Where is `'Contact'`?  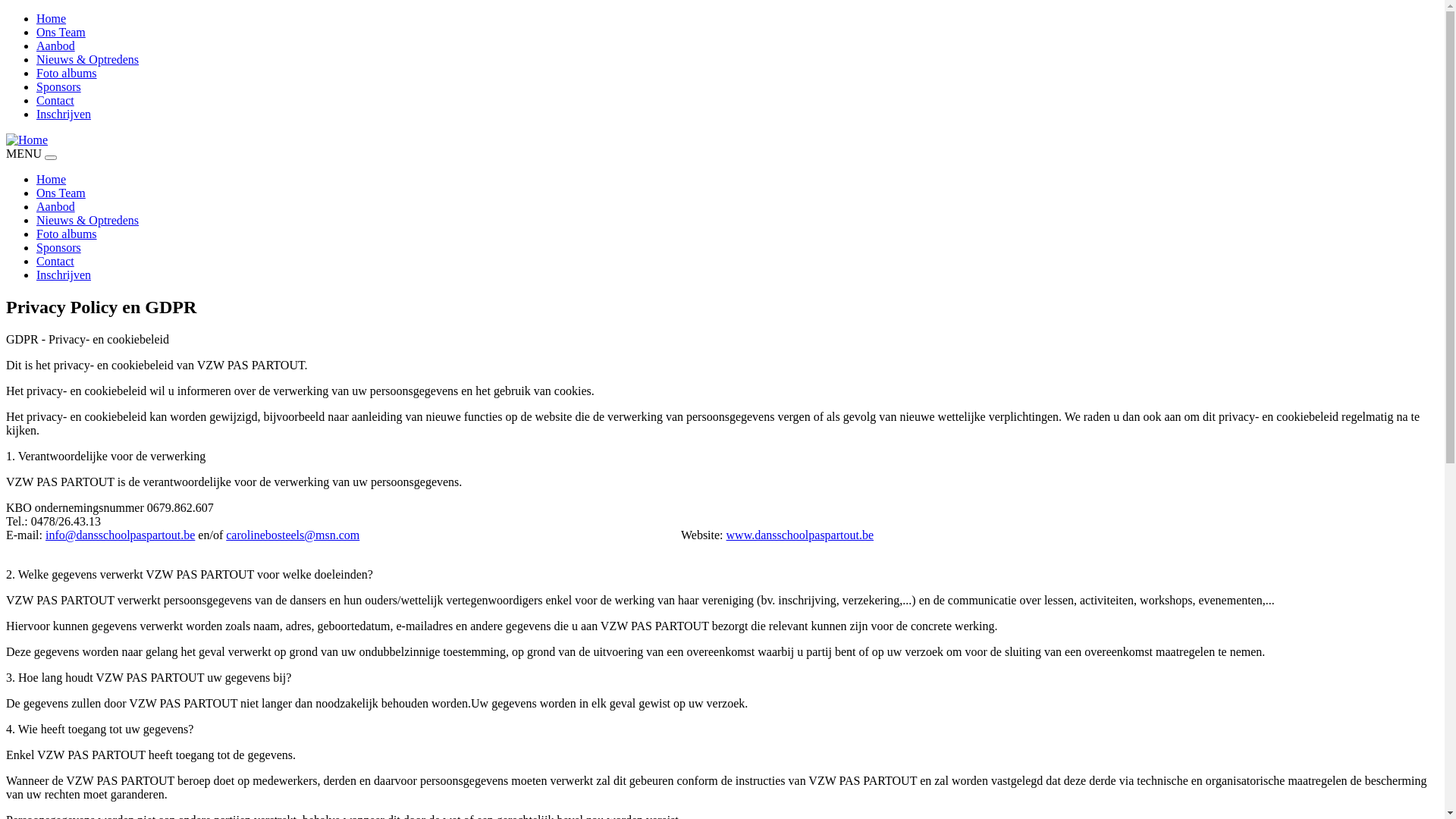 'Contact' is located at coordinates (55, 100).